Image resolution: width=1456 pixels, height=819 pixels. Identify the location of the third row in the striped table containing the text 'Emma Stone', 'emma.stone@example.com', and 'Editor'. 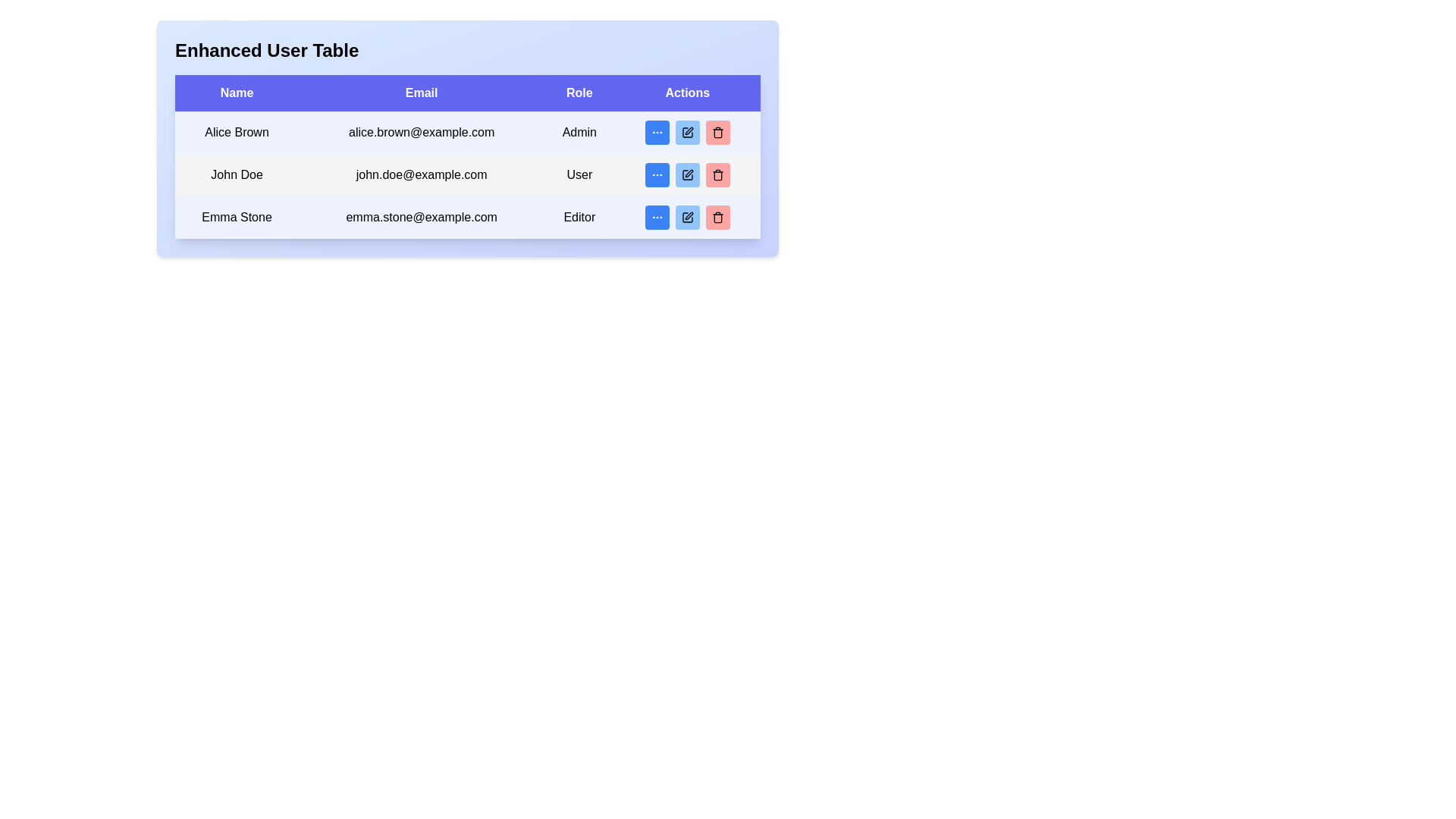
(467, 217).